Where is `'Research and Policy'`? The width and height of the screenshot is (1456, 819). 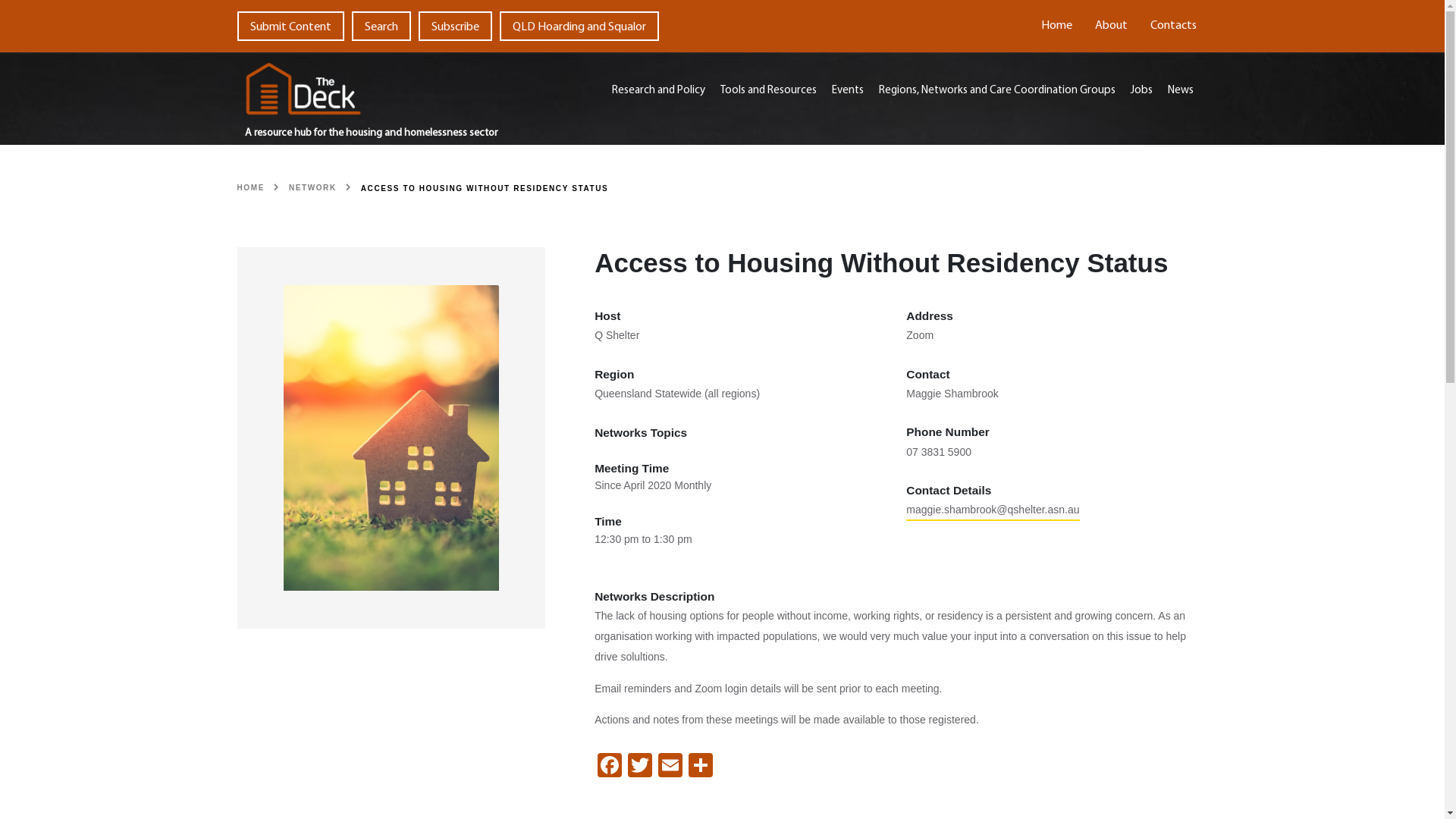
'Research and Policy' is located at coordinates (658, 91).